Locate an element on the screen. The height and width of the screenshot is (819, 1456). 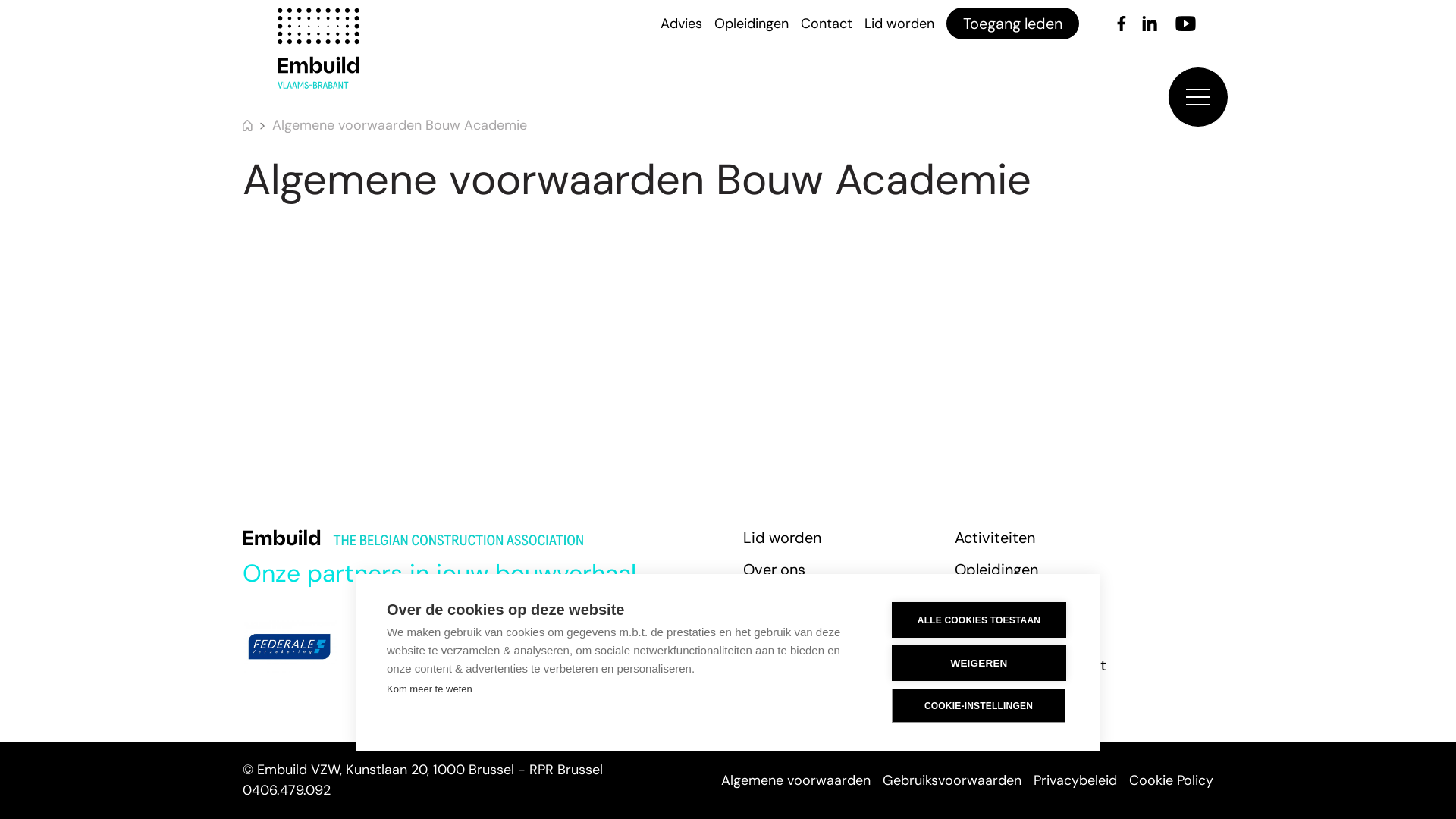
'Over ons' is located at coordinates (774, 570).